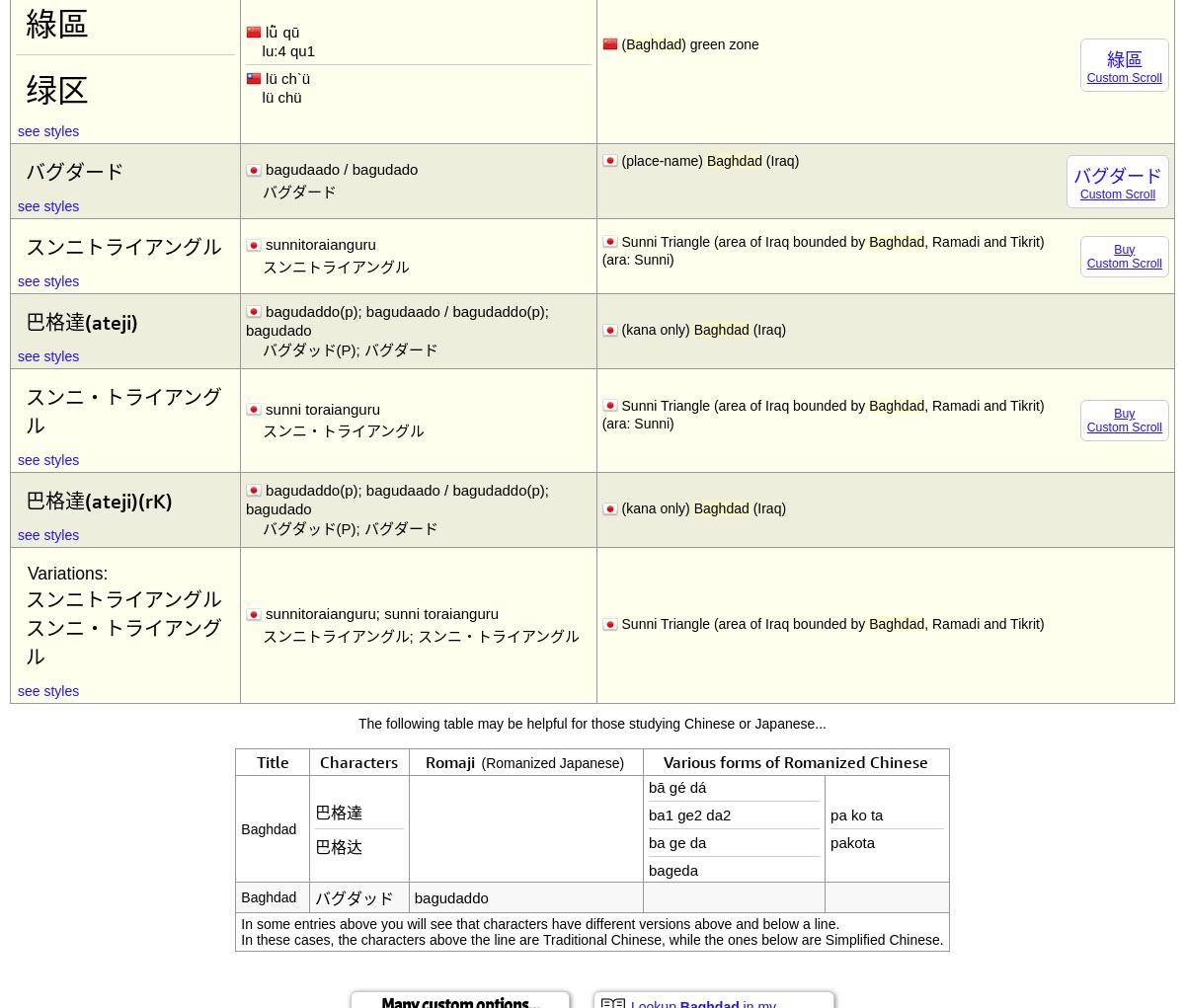 The width and height of the screenshot is (1185, 1008). Describe the element at coordinates (689, 814) in the screenshot. I see `'ba1 ge2 da2'` at that location.